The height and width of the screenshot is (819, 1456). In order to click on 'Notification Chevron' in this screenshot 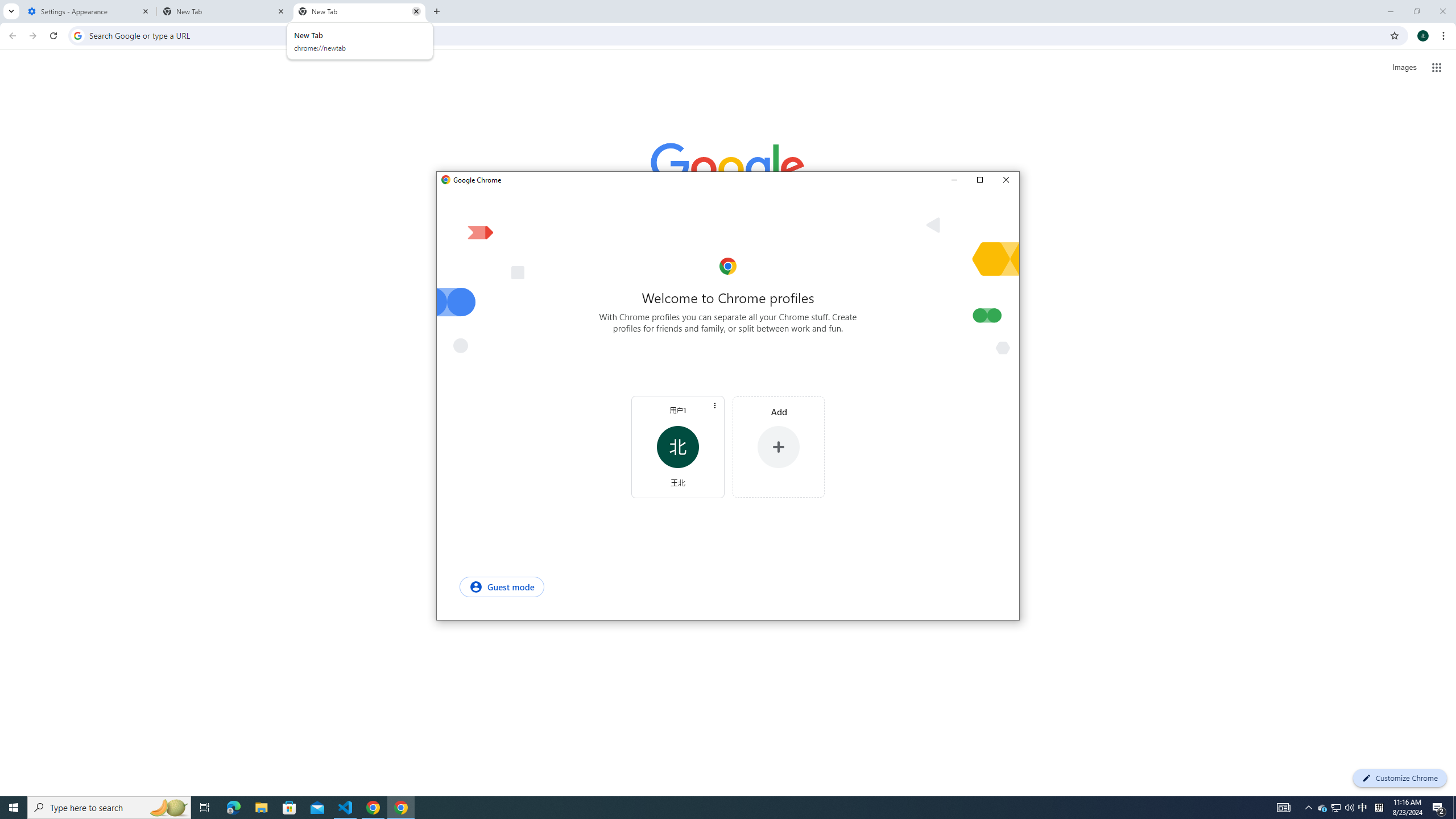, I will do `click(1308, 806)`.